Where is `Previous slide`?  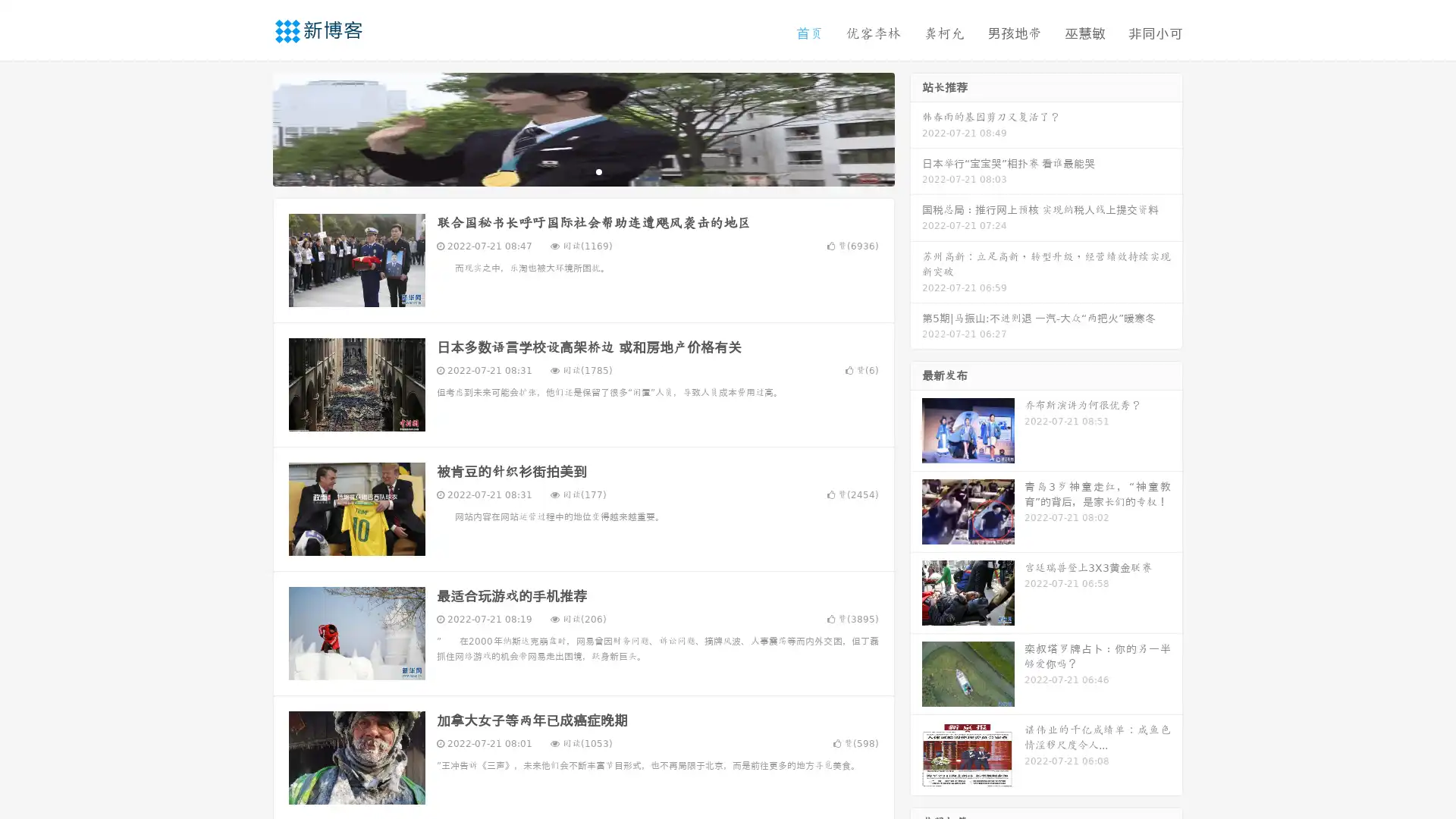
Previous slide is located at coordinates (250, 127).